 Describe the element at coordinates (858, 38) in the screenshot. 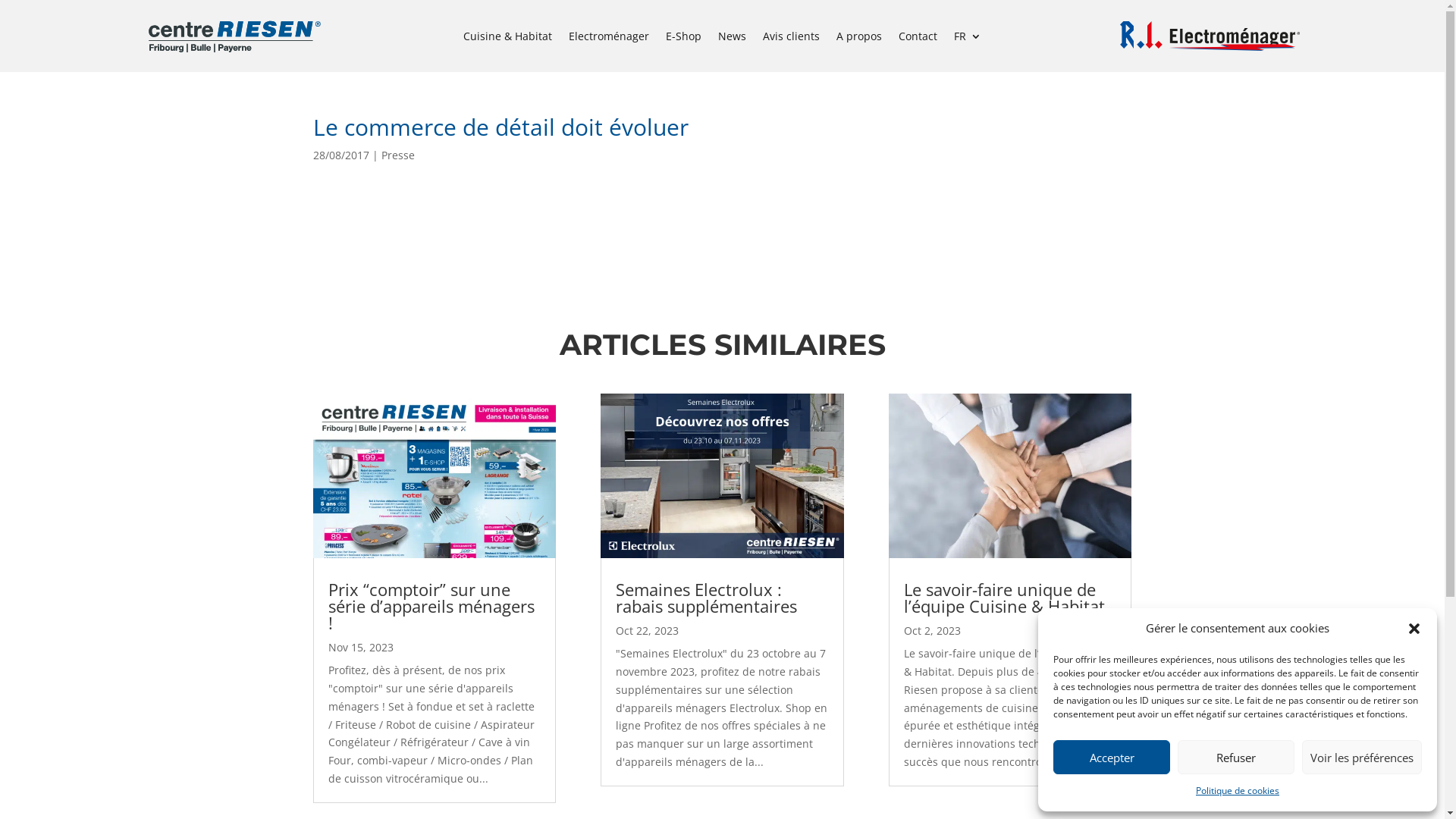

I see `'A propos'` at that location.